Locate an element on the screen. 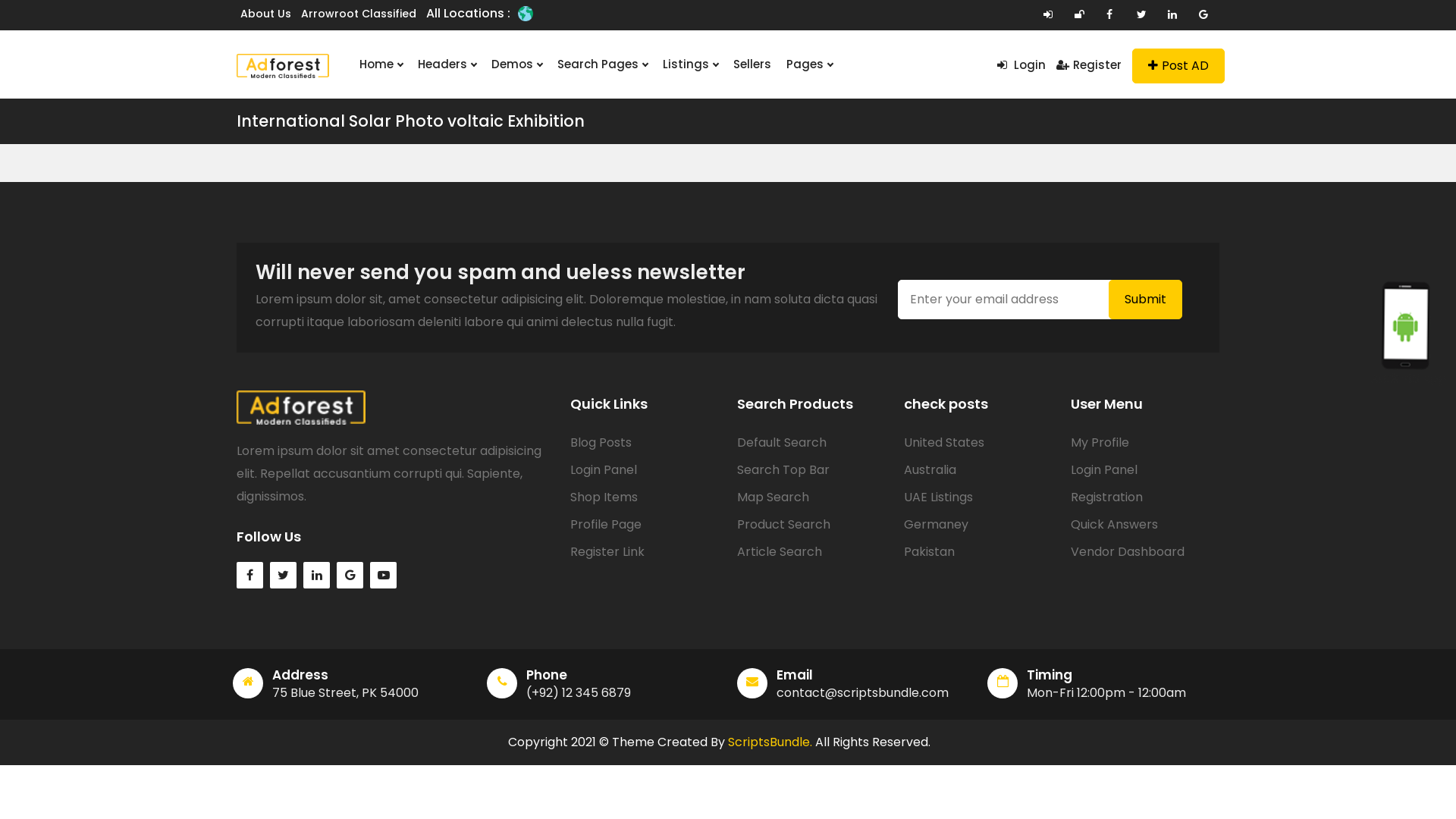  'Register Link' is located at coordinates (570, 551).